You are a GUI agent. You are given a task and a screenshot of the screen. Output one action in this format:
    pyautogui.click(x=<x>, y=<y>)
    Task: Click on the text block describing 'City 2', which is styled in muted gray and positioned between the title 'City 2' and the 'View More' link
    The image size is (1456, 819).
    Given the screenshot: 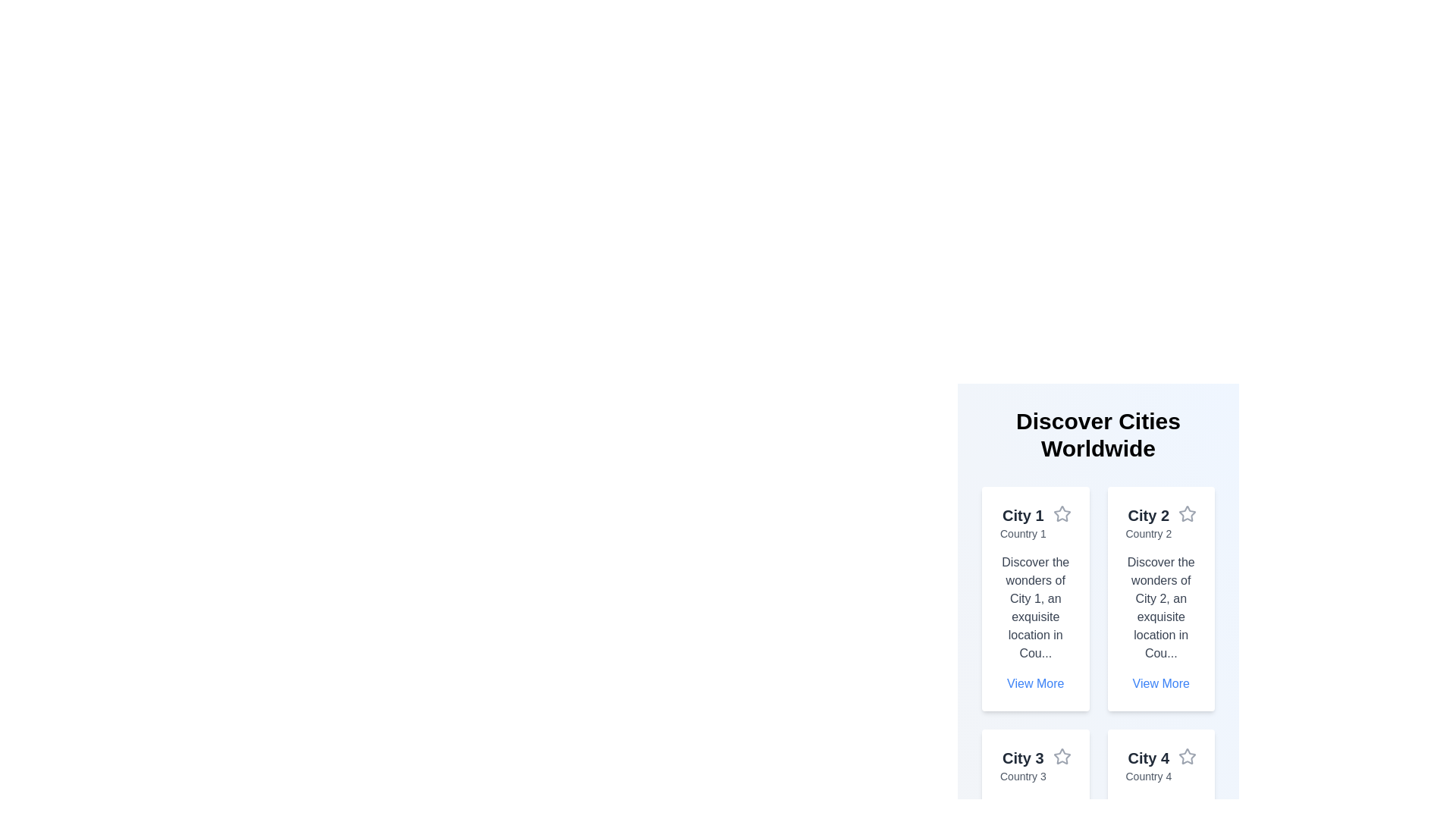 What is the action you would take?
    pyautogui.click(x=1160, y=607)
    